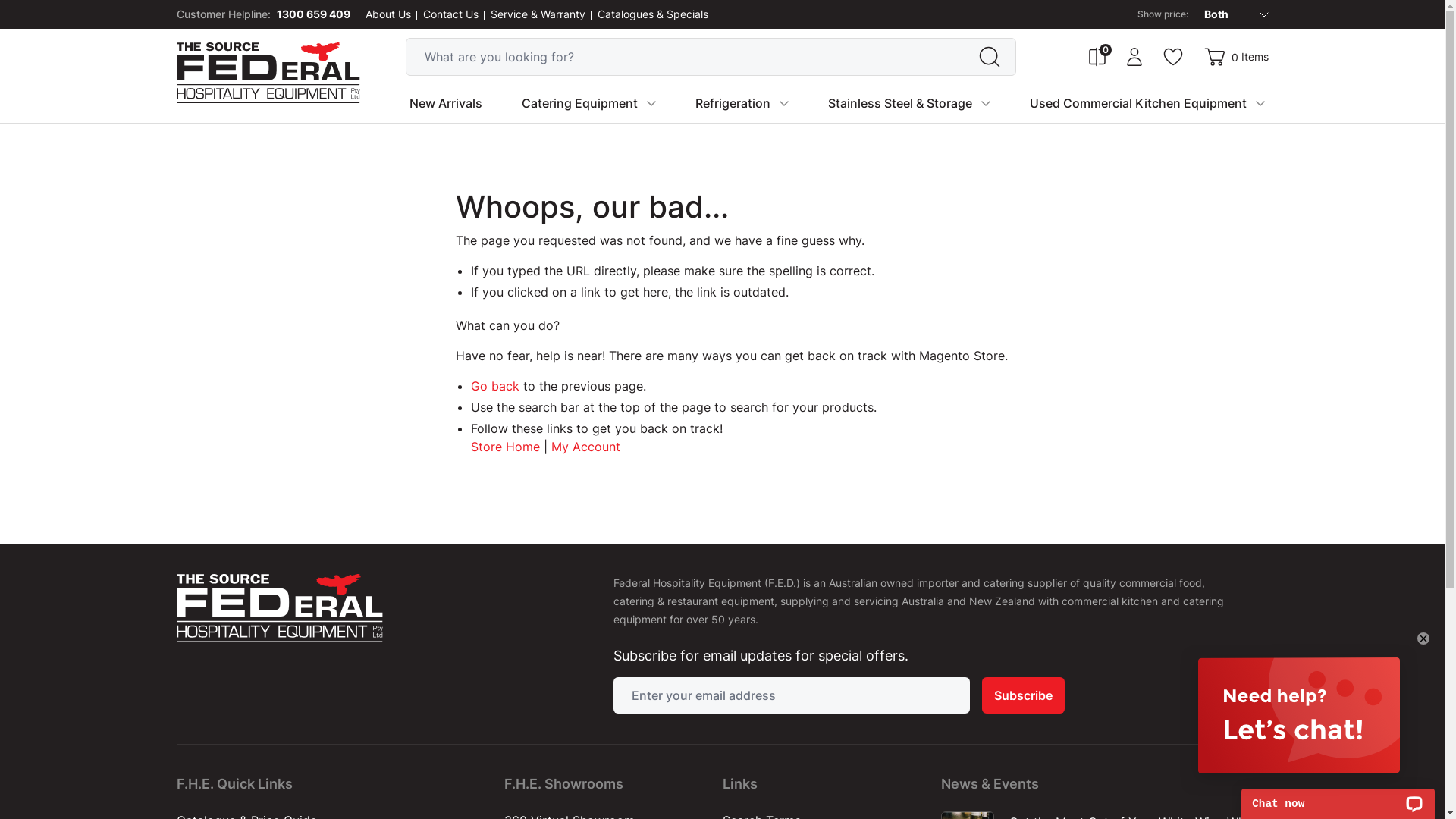 This screenshot has width=1456, height=819. What do you see at coordinates (1022, 695) in the screenshot?
I see `'Subscribe'` at bounding box center [1022, 695].